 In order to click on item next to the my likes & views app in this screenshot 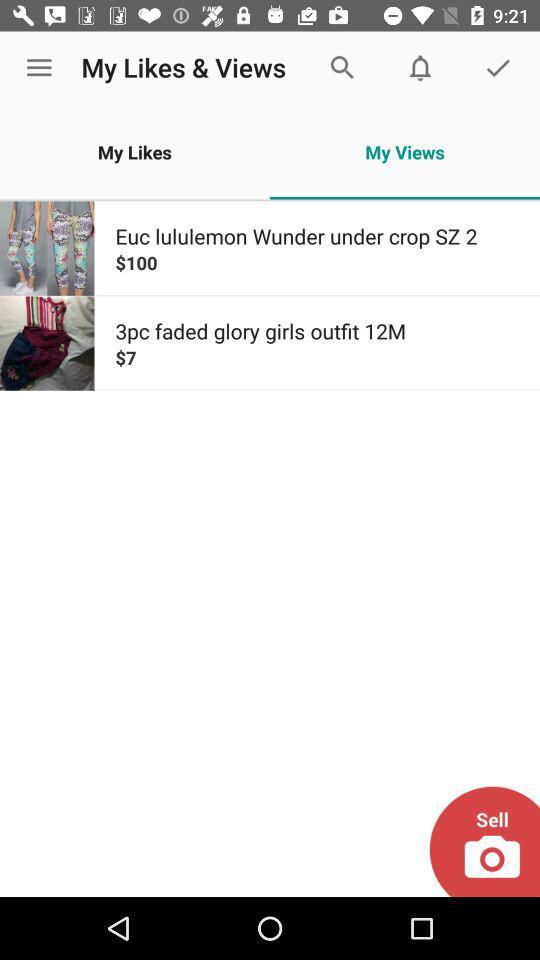, I will do `click(39, 68)`.